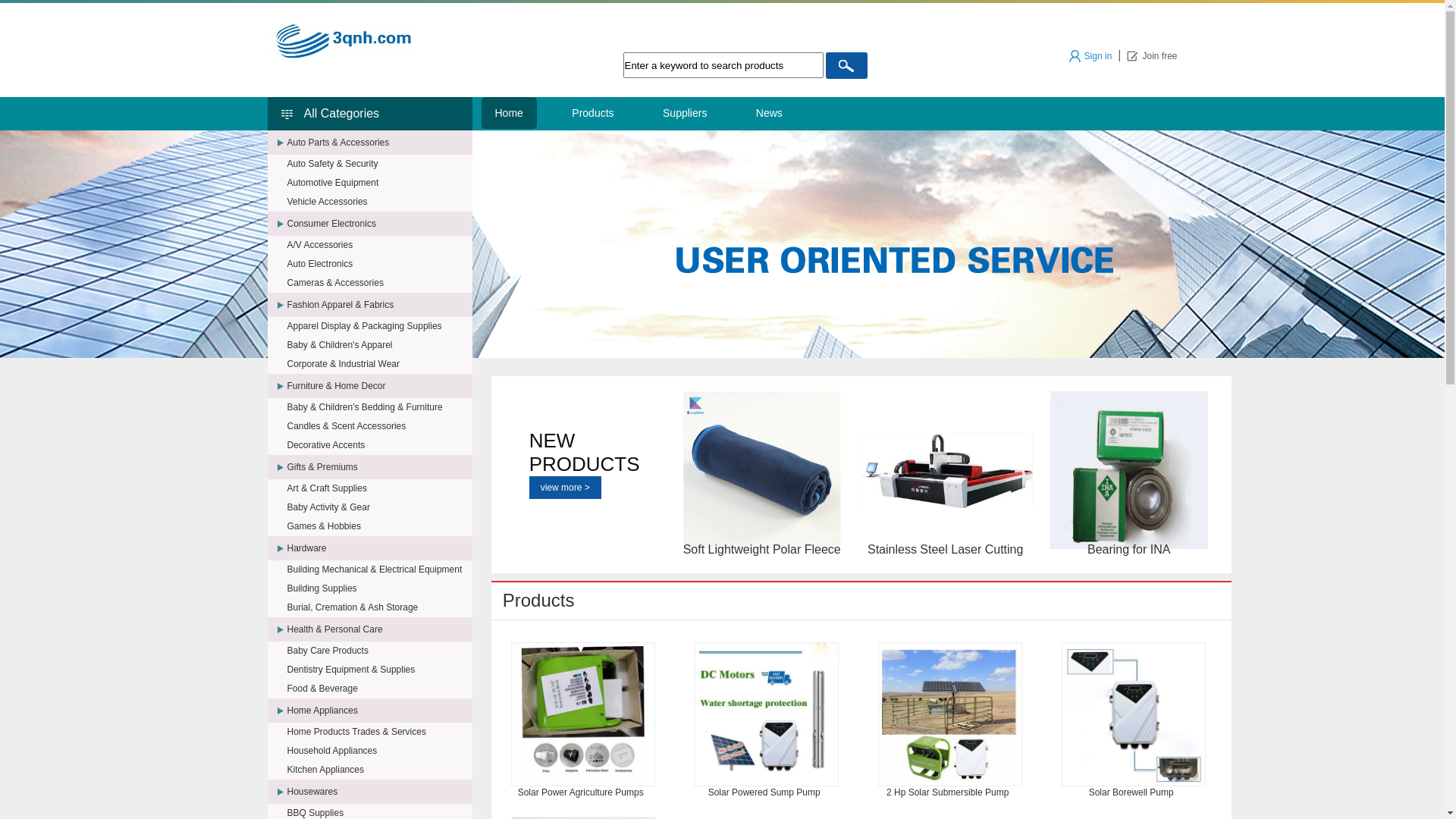 The width and height of the screenshot is (1456, 819). Describe the element at coordinates (378, 262) in the screenshot. I see `'Auto Electronics'` at that location.